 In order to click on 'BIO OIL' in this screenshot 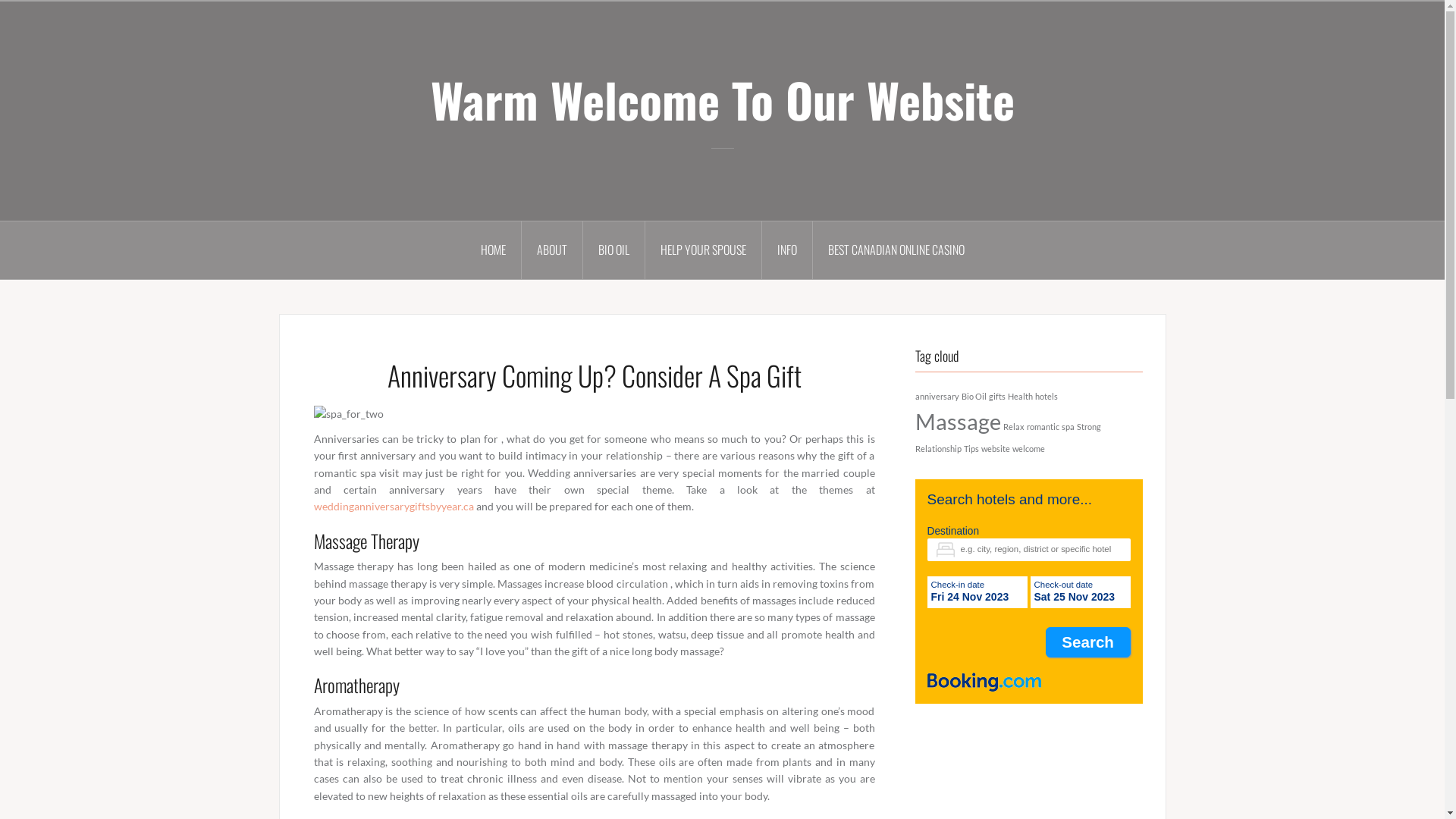, I will do `click(613, 249)`.